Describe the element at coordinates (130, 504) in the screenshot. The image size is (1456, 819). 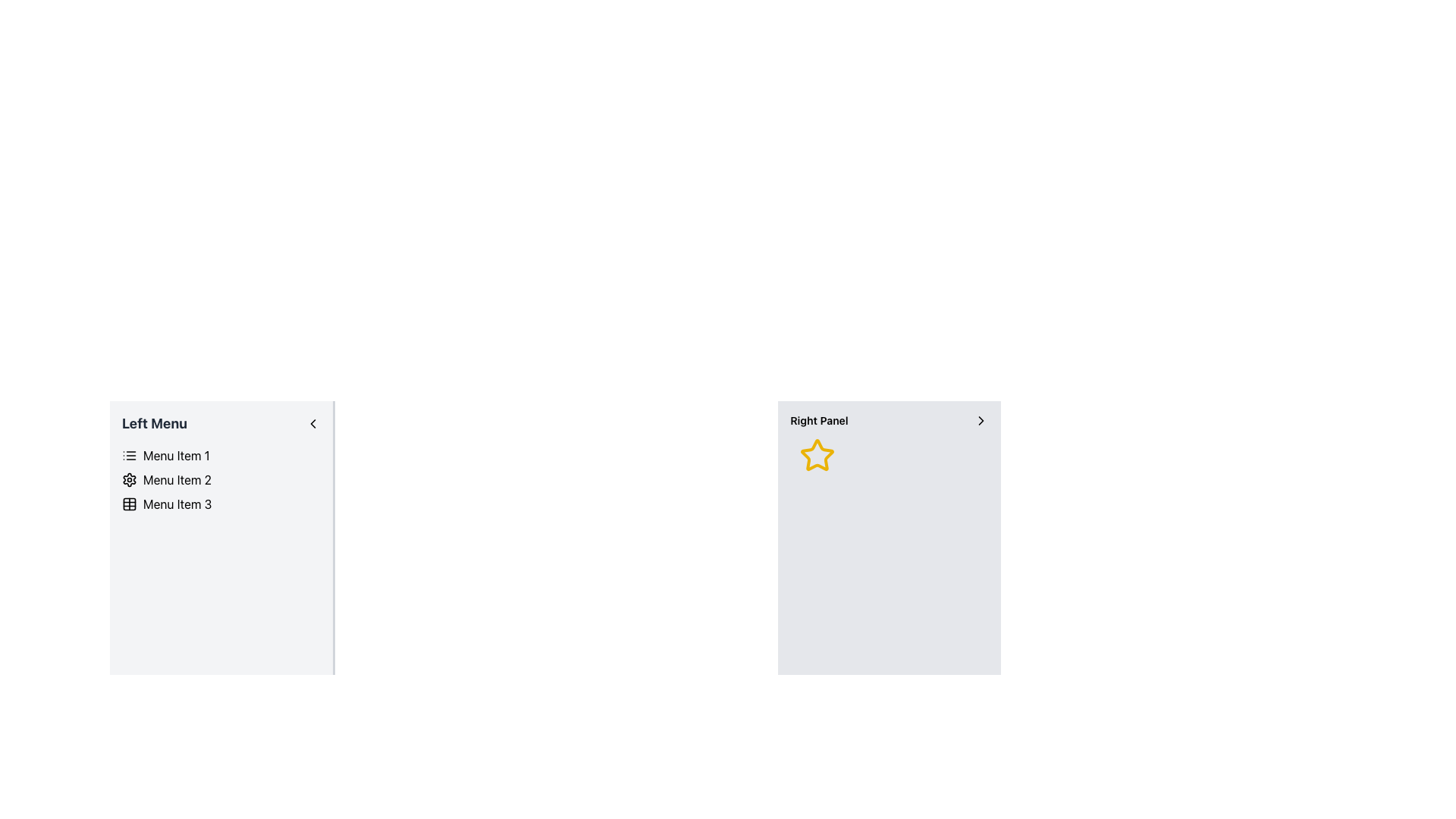
I see `the SVG Rectangle that serves as the central grid block in the bottom-left corner of the application layout under the 'Left Menu'` at that location.